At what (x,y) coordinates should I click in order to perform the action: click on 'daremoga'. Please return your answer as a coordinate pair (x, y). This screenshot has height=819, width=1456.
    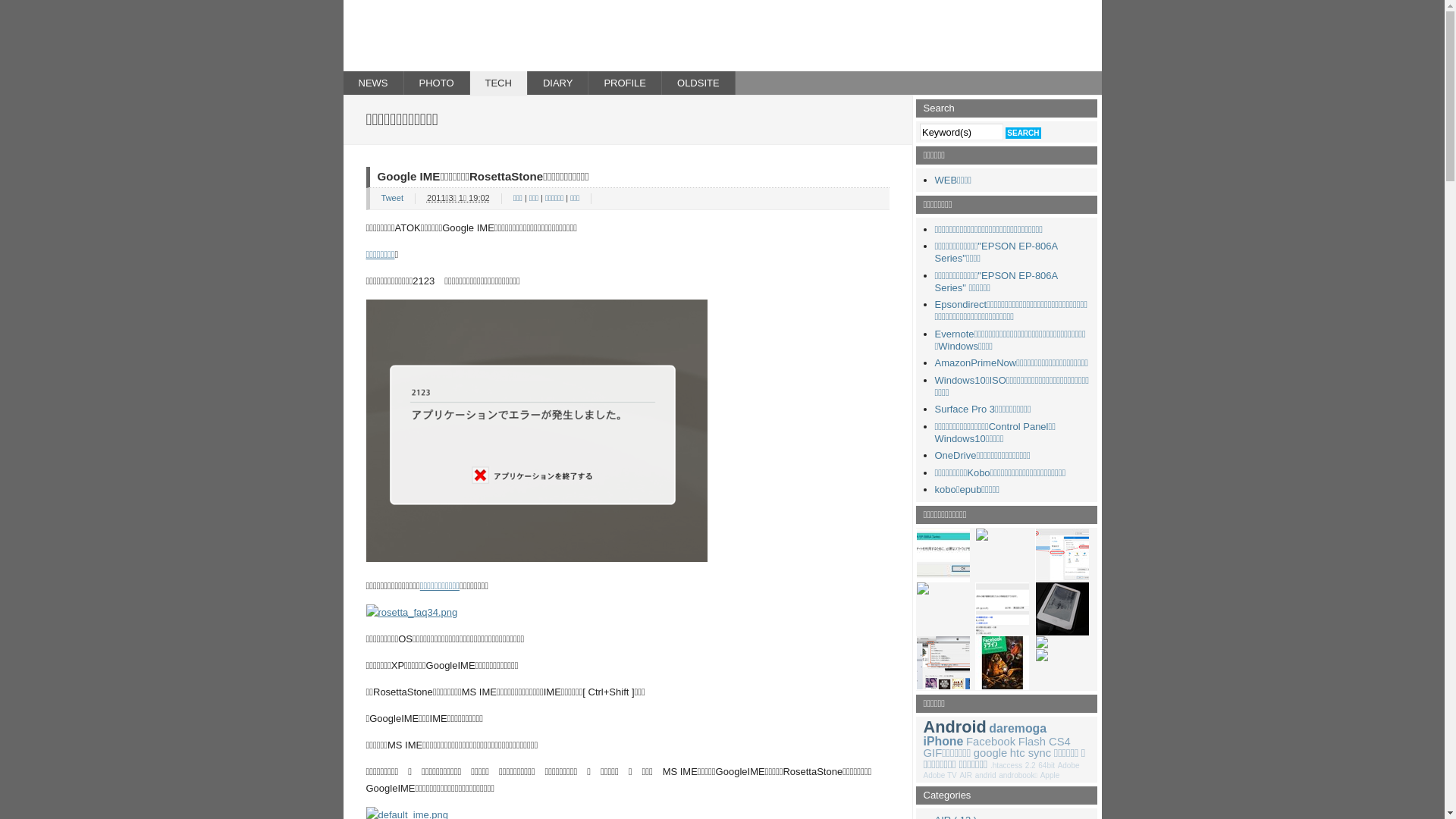
    Looking at the image, I should click on (1018, 727).